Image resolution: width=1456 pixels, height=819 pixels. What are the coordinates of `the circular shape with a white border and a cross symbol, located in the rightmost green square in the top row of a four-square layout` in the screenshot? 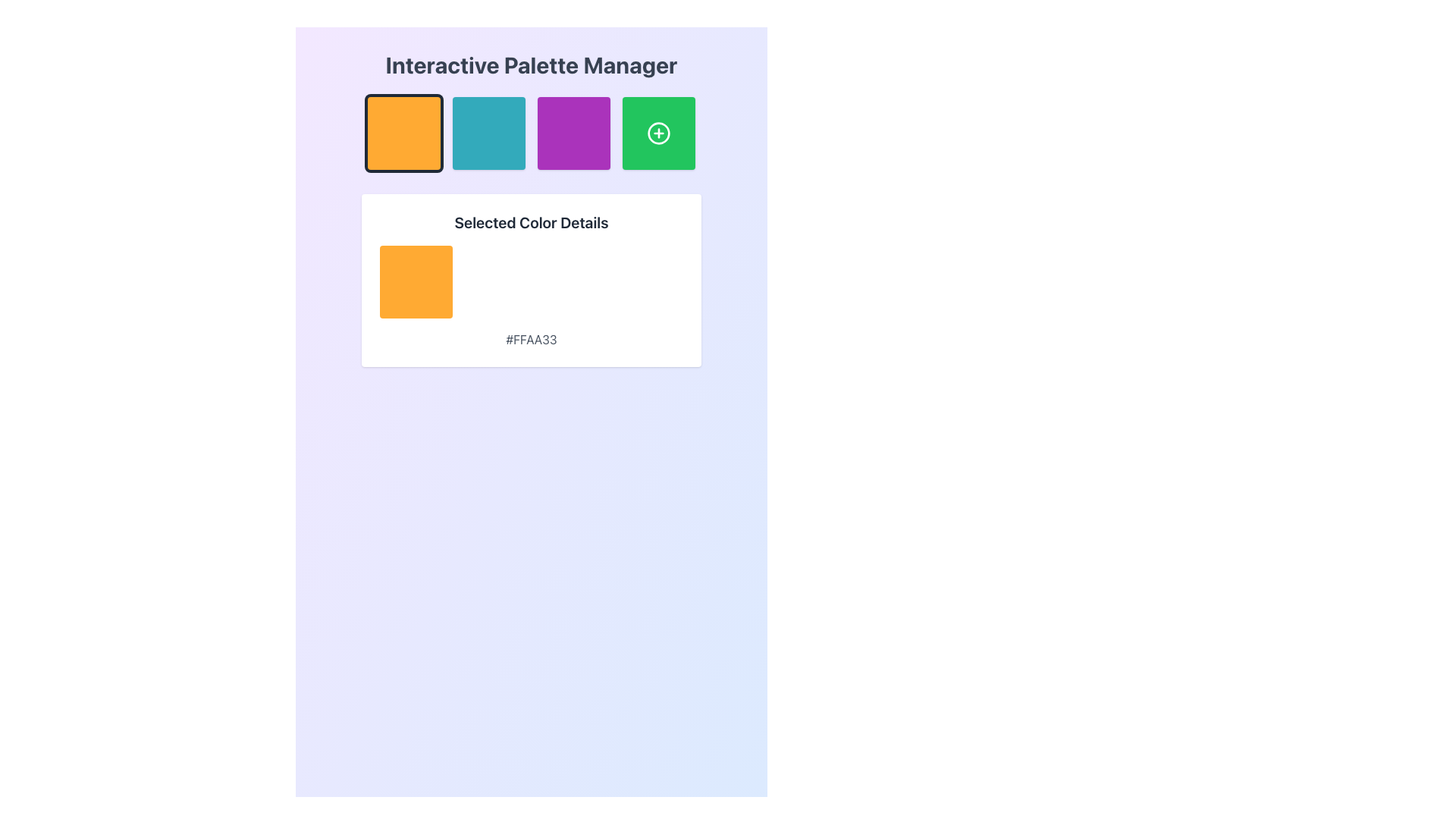 It's located at (658, 133).